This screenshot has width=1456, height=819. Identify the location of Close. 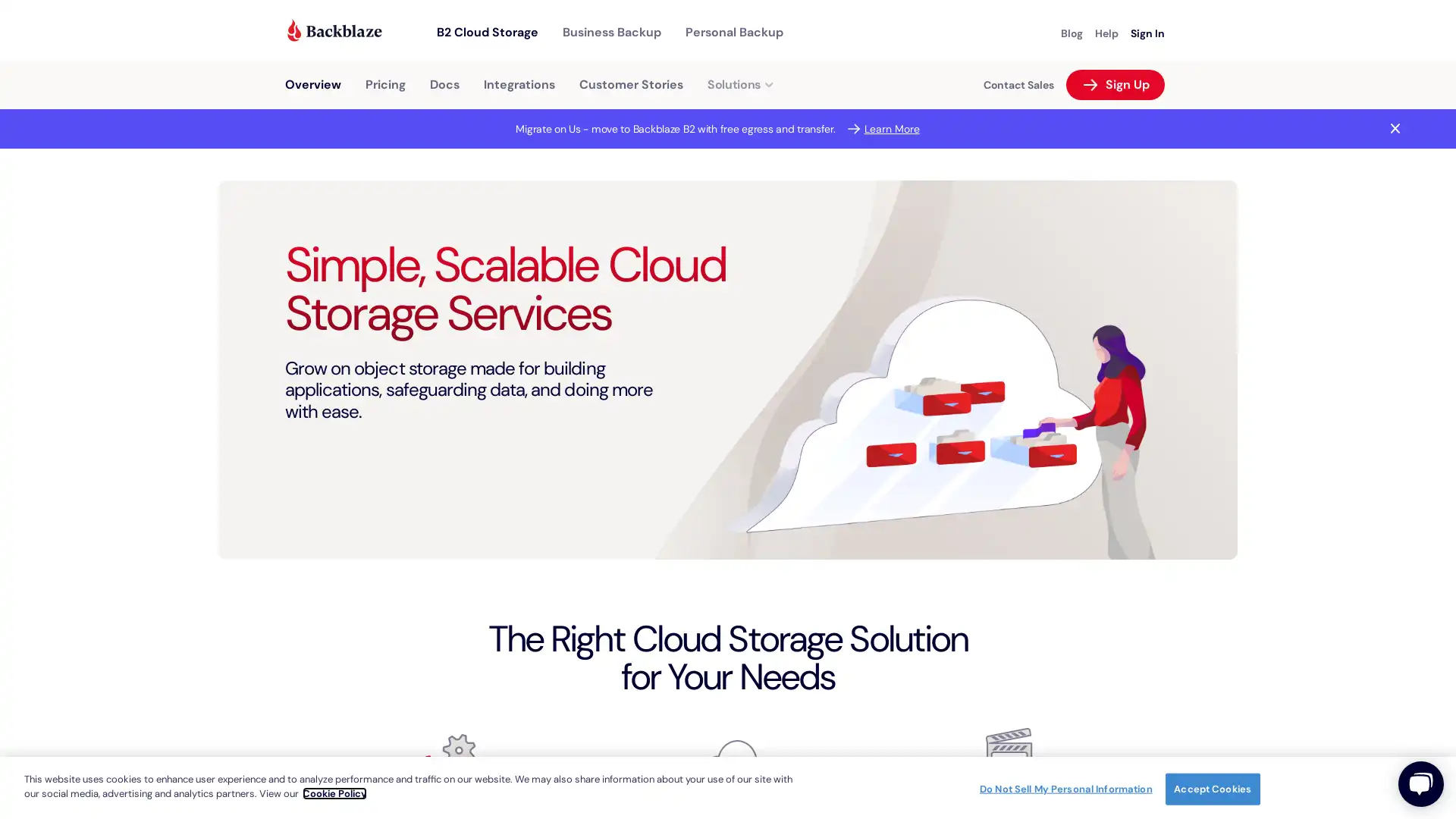
(1420, 786).